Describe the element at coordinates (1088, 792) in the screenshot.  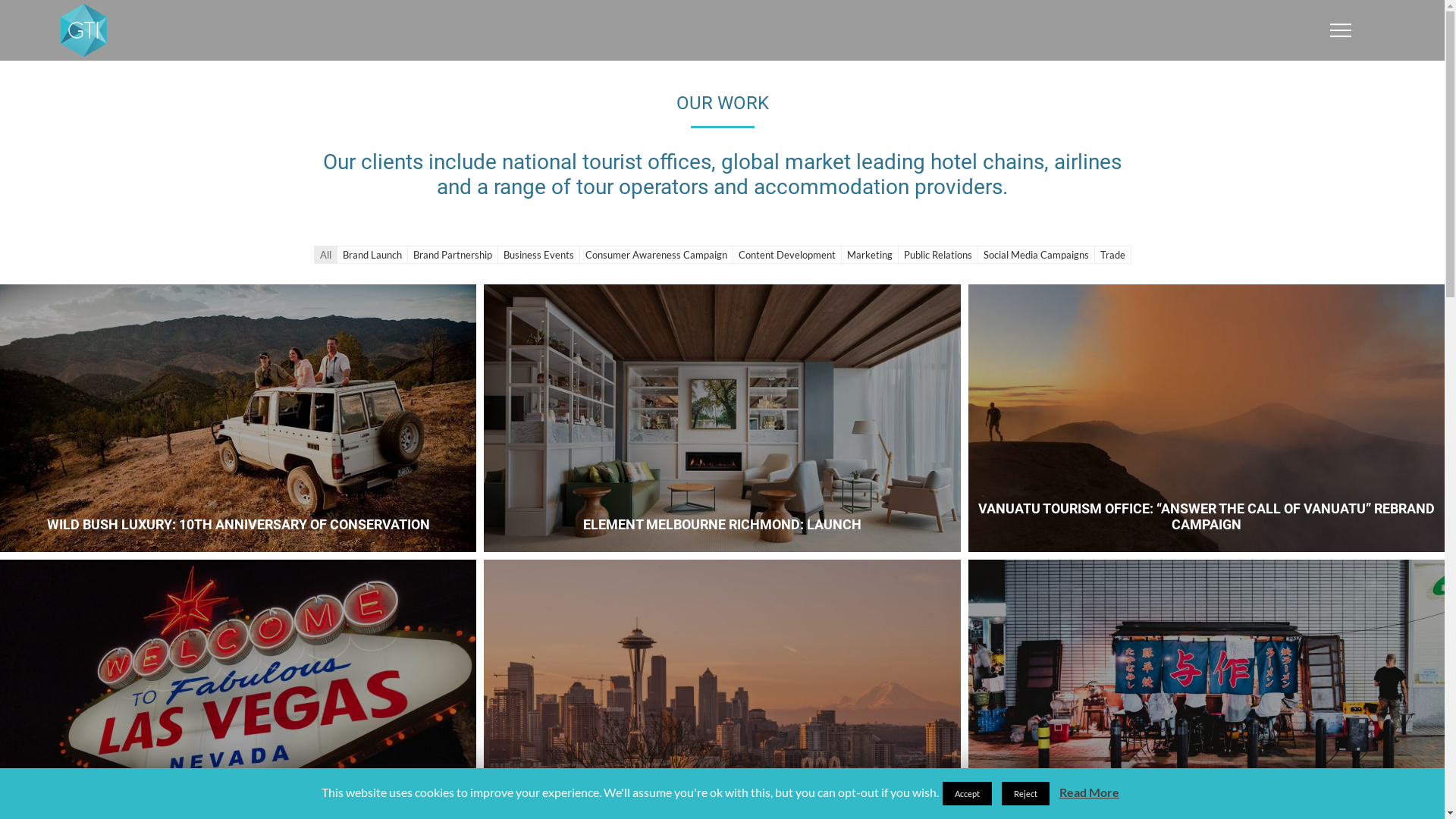
I see `'Read More'` at that location.